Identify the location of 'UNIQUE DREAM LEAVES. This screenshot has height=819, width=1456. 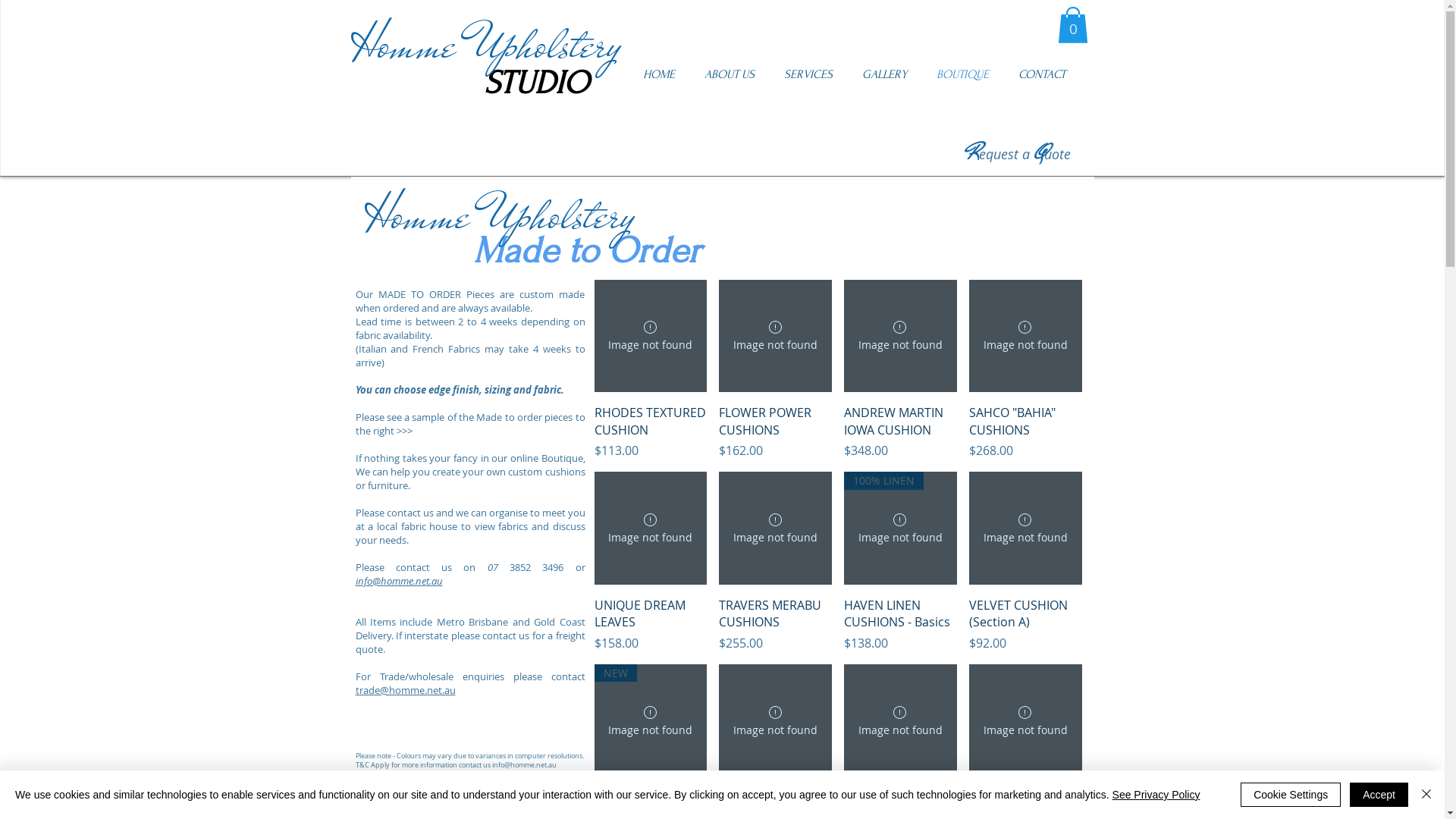
(651, 624).